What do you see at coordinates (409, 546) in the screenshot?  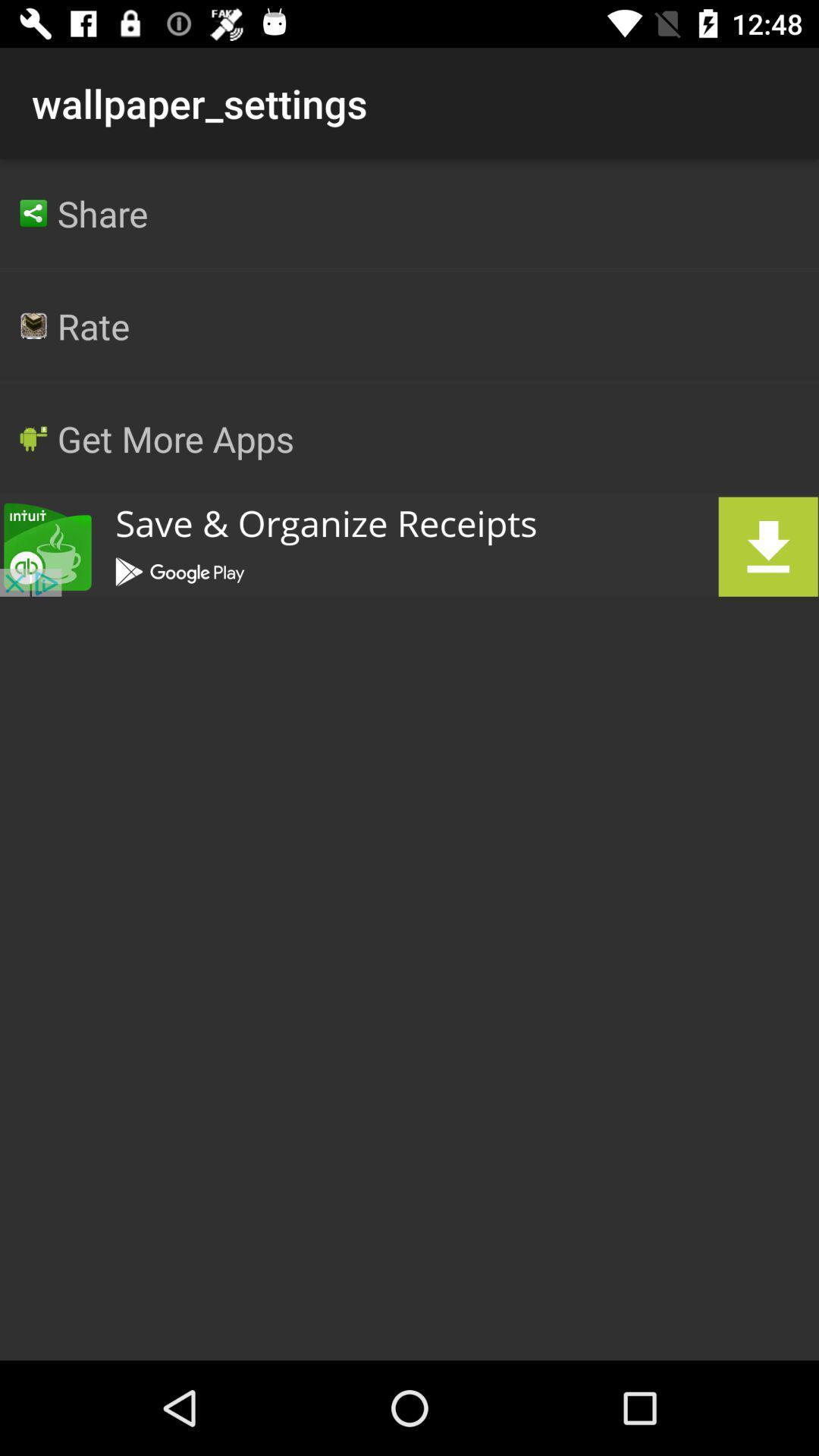 I see `advertisement` at bounding box center [409, 546].